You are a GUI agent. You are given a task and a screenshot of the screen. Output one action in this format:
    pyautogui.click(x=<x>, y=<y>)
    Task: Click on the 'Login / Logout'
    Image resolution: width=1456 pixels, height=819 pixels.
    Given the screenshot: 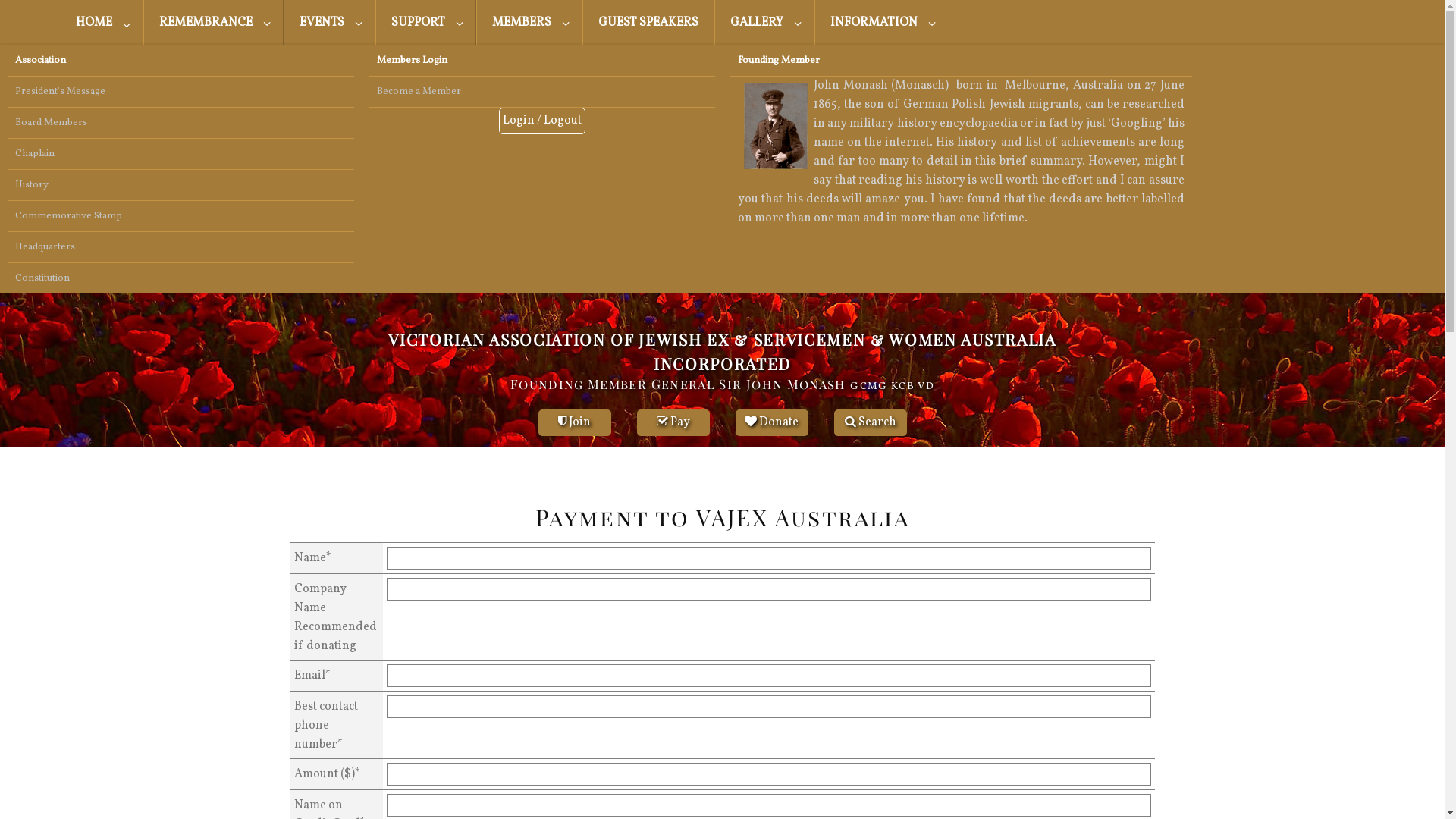 What is the action you would take?
    pyautogui.click(x=542, y=120)
    